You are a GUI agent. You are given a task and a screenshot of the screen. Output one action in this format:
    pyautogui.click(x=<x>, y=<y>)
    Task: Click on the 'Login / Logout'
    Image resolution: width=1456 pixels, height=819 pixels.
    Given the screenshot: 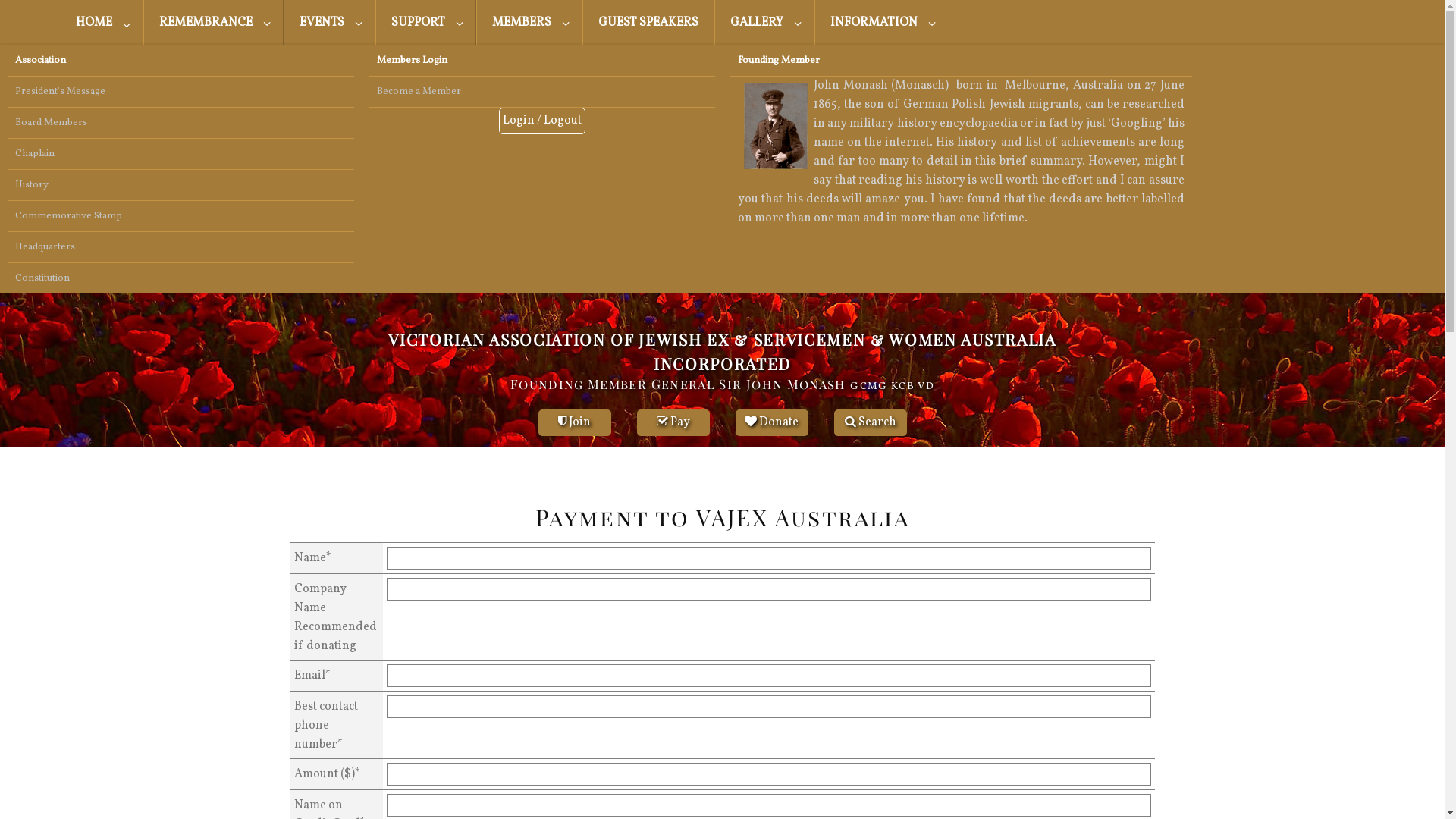 What is the action you would take?
    pyautogui.click(x=542, y=120)
    